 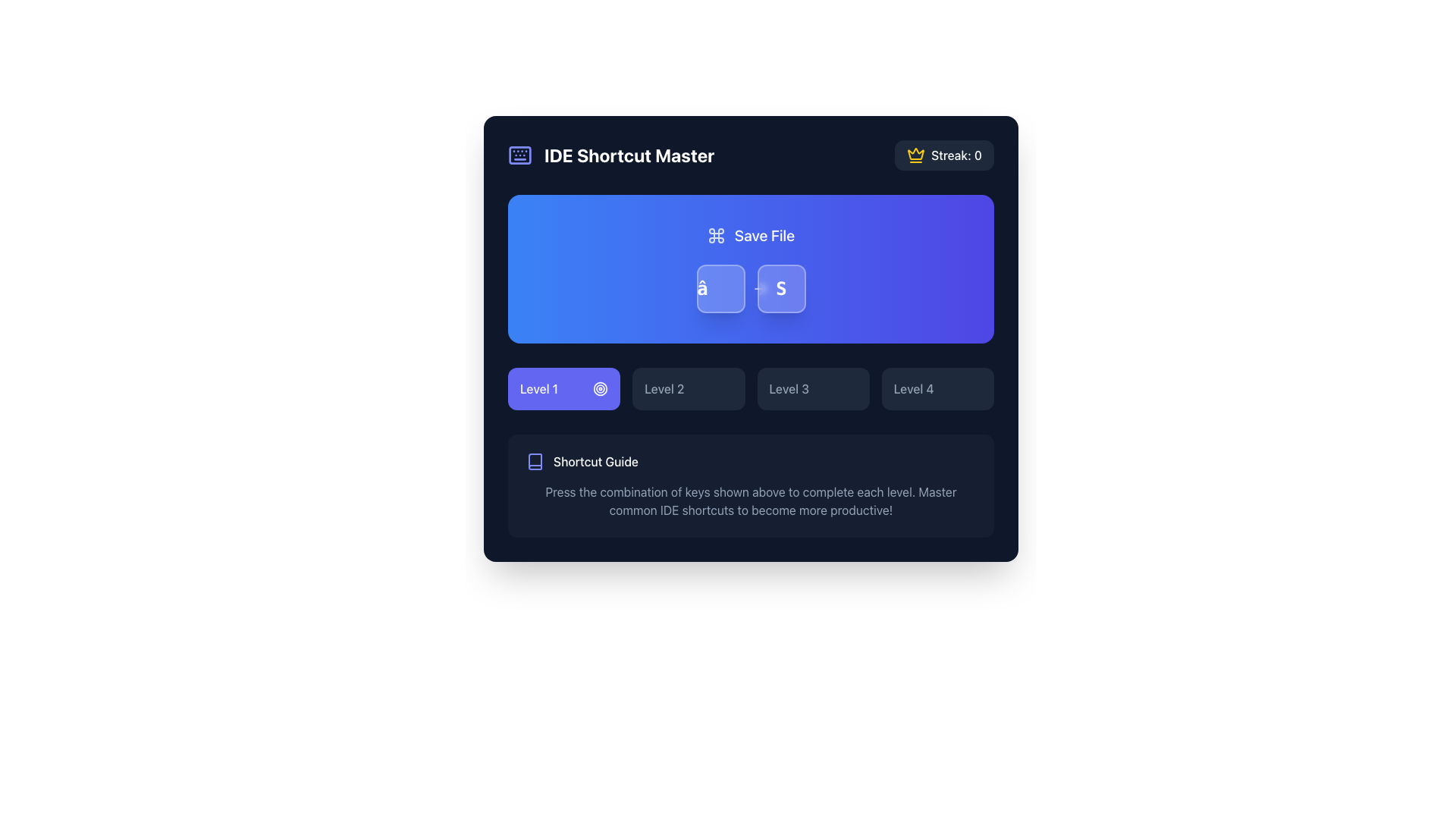 I want to click on the static text label indicating 'Level 2', which is positioned between the 'Level 1' button and the 'Level 3' button, so click(x=664, y=388).